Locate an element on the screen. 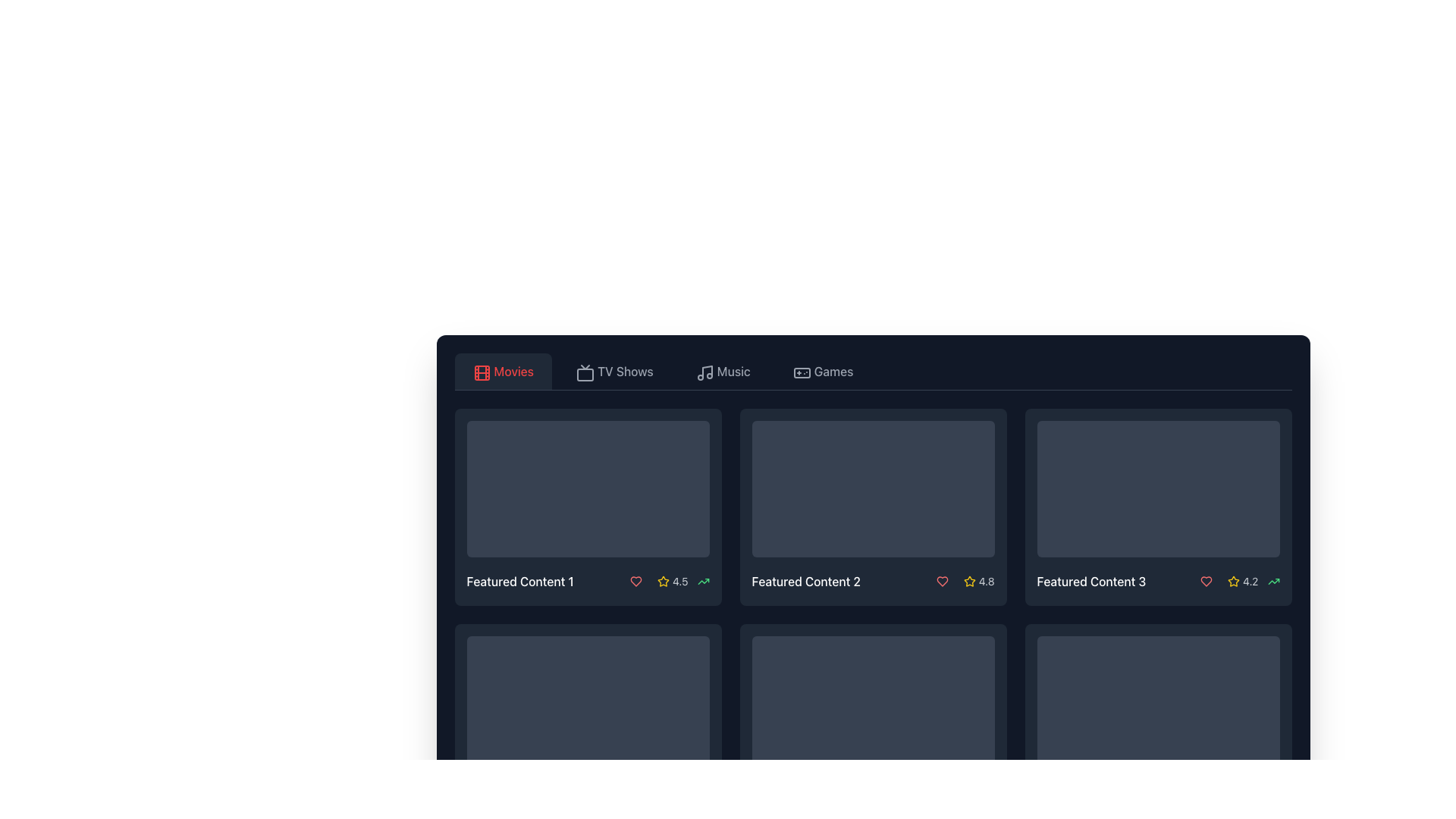 The width and height of the screenshot is (1456, 819). the Text Label located in the lower left region of the first content card in the grid view, which serves as the title or label for the associated content is located at coordinates (520, 581).